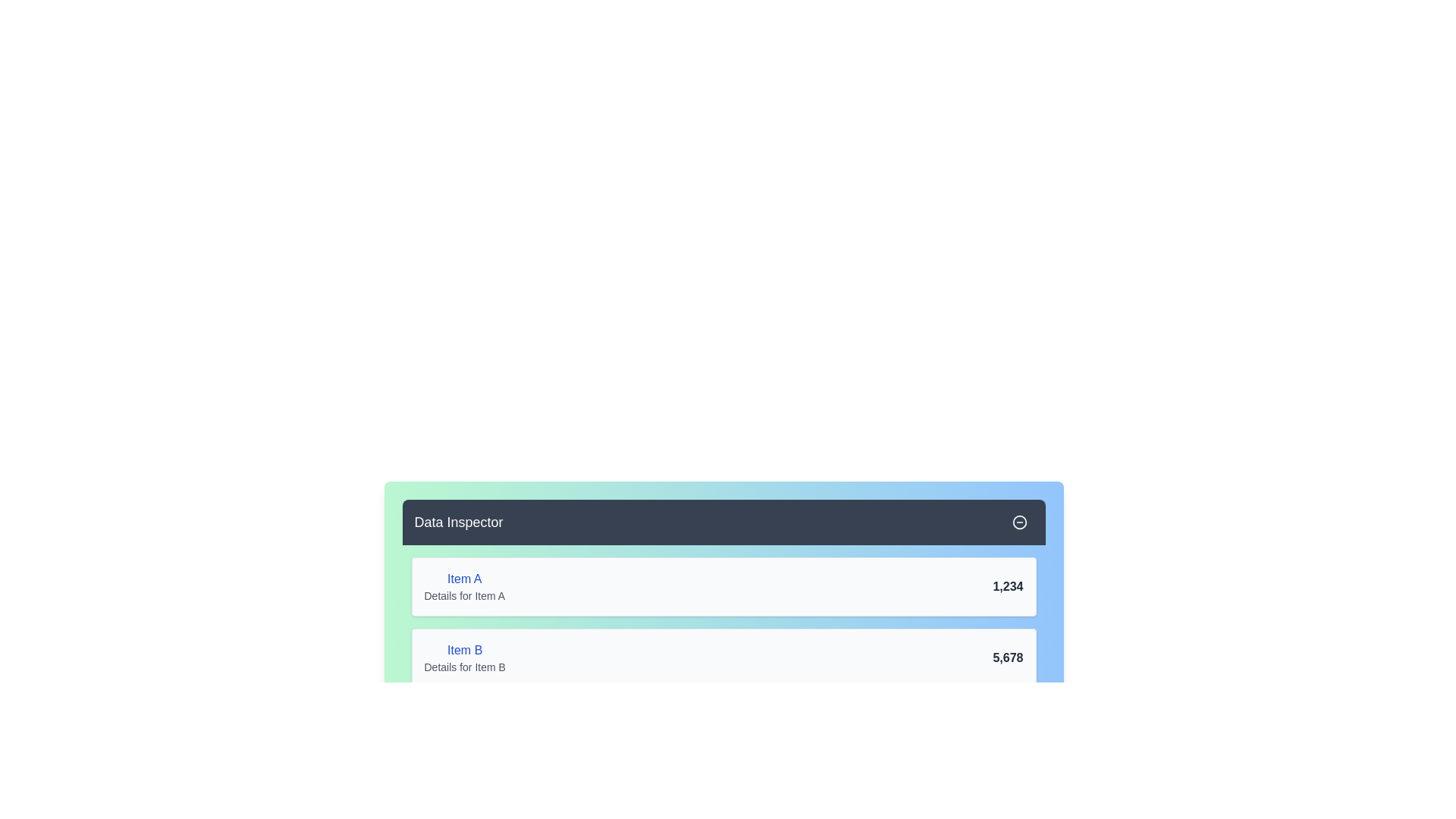 Image resolution: width=1456 pixels, height=819 pixels. Describe the element at coordinates (1008, 657) in the screenshot. I see `the Text Label displaying numerical data related to 'Item B', located to the far right of the 'Details for Item B' text` at that location.